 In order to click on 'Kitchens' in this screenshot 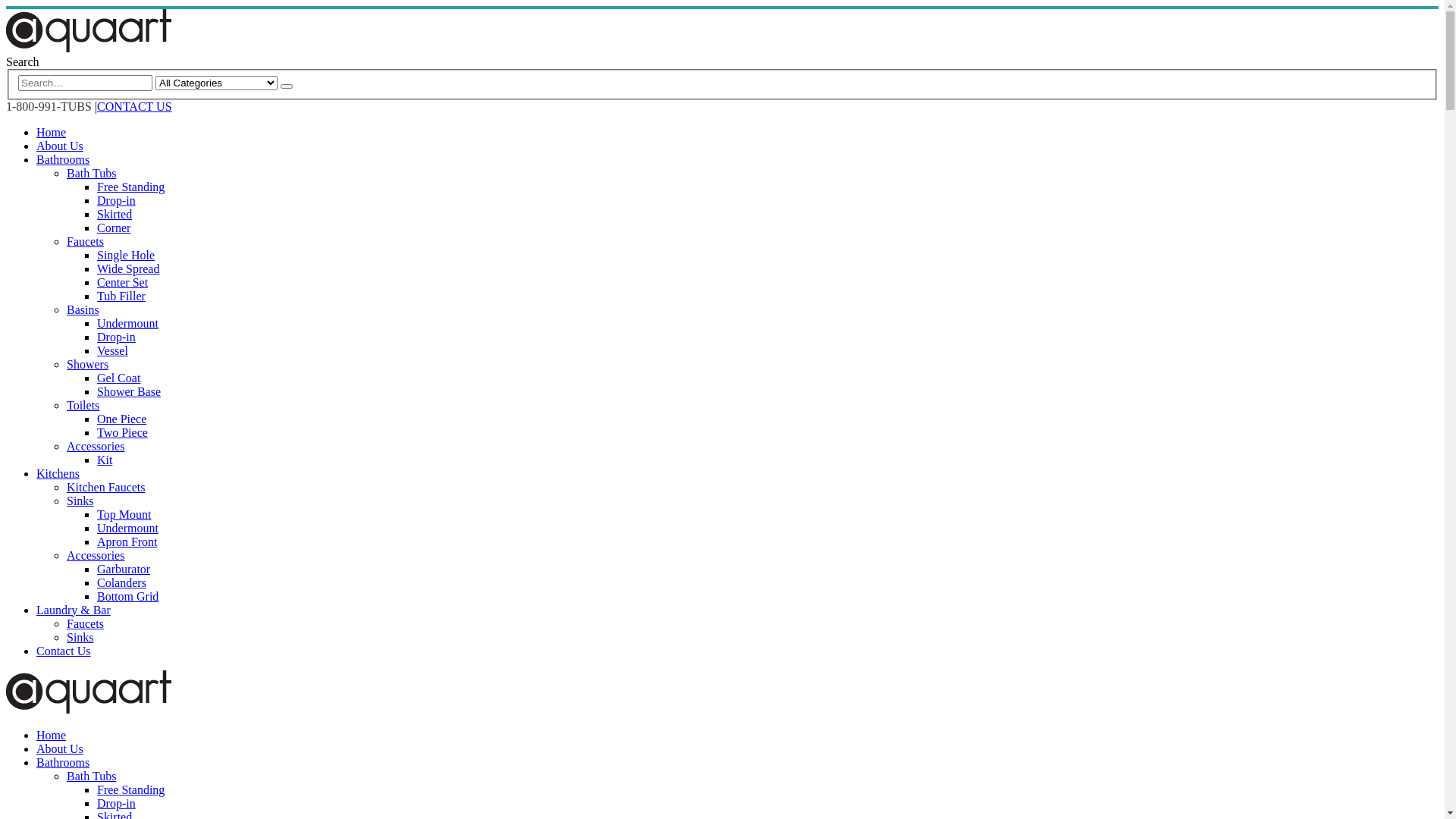, I will do `click(36, 472)`.